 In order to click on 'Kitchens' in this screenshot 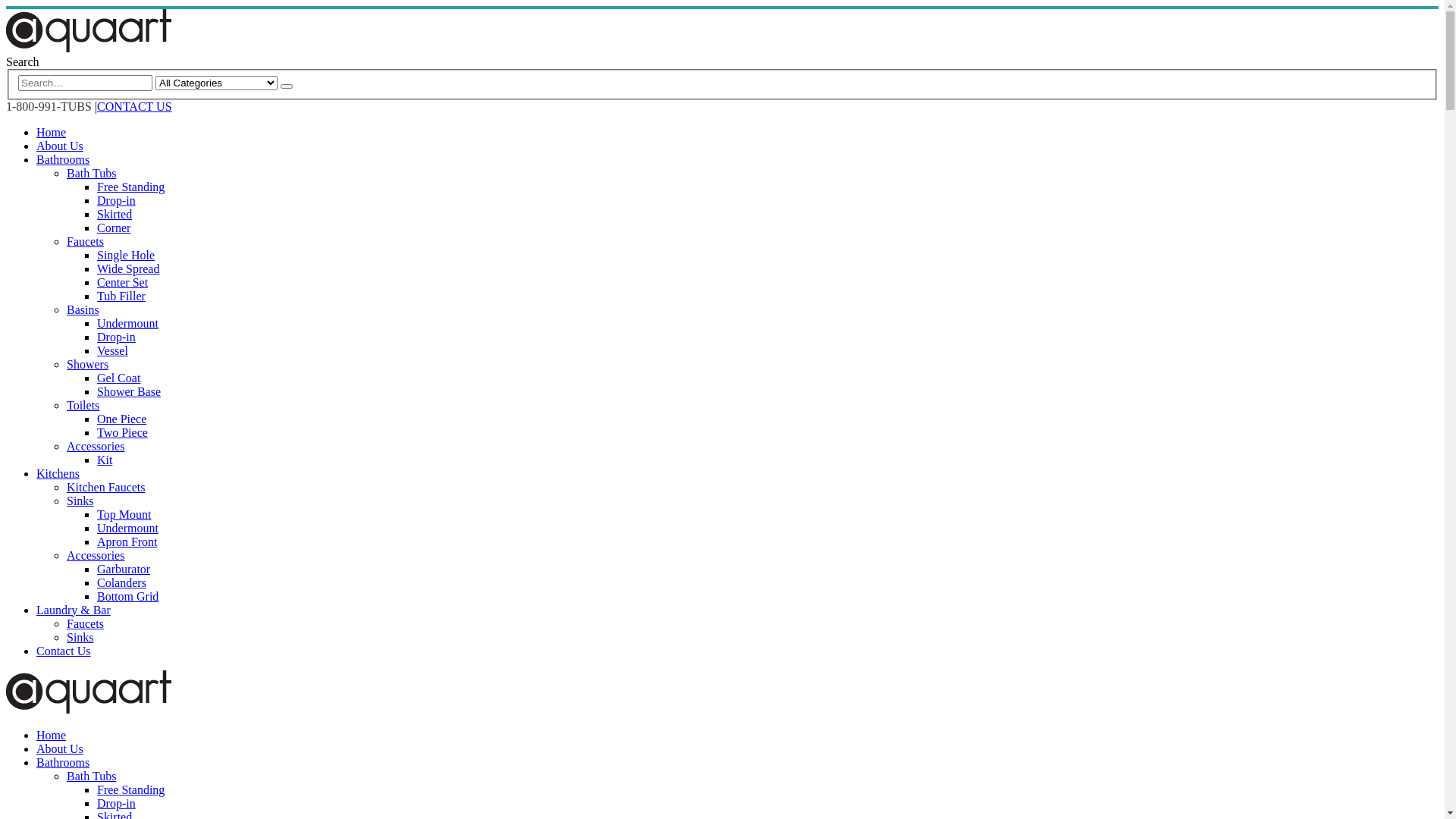, I will do `click(36, 472)`.